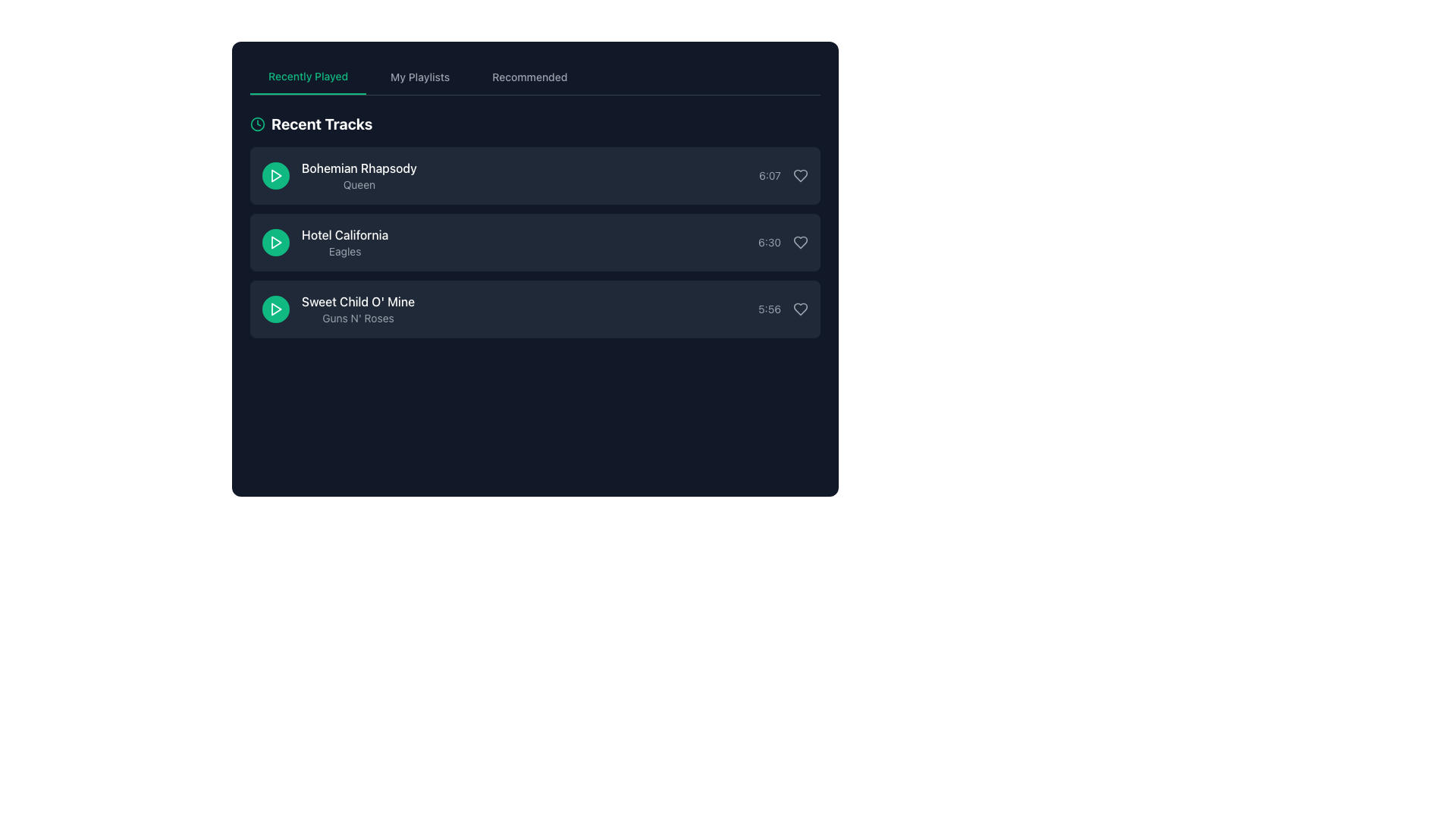 The height and width of the screenshot is (819, 1456). Describe the element at coordinates (276, 174) in the screenshot. I see `the play button icon, which is a white triangle in a green circular background, located next to 'Bohemian Rhapsody' by 'Queen'` at that location.